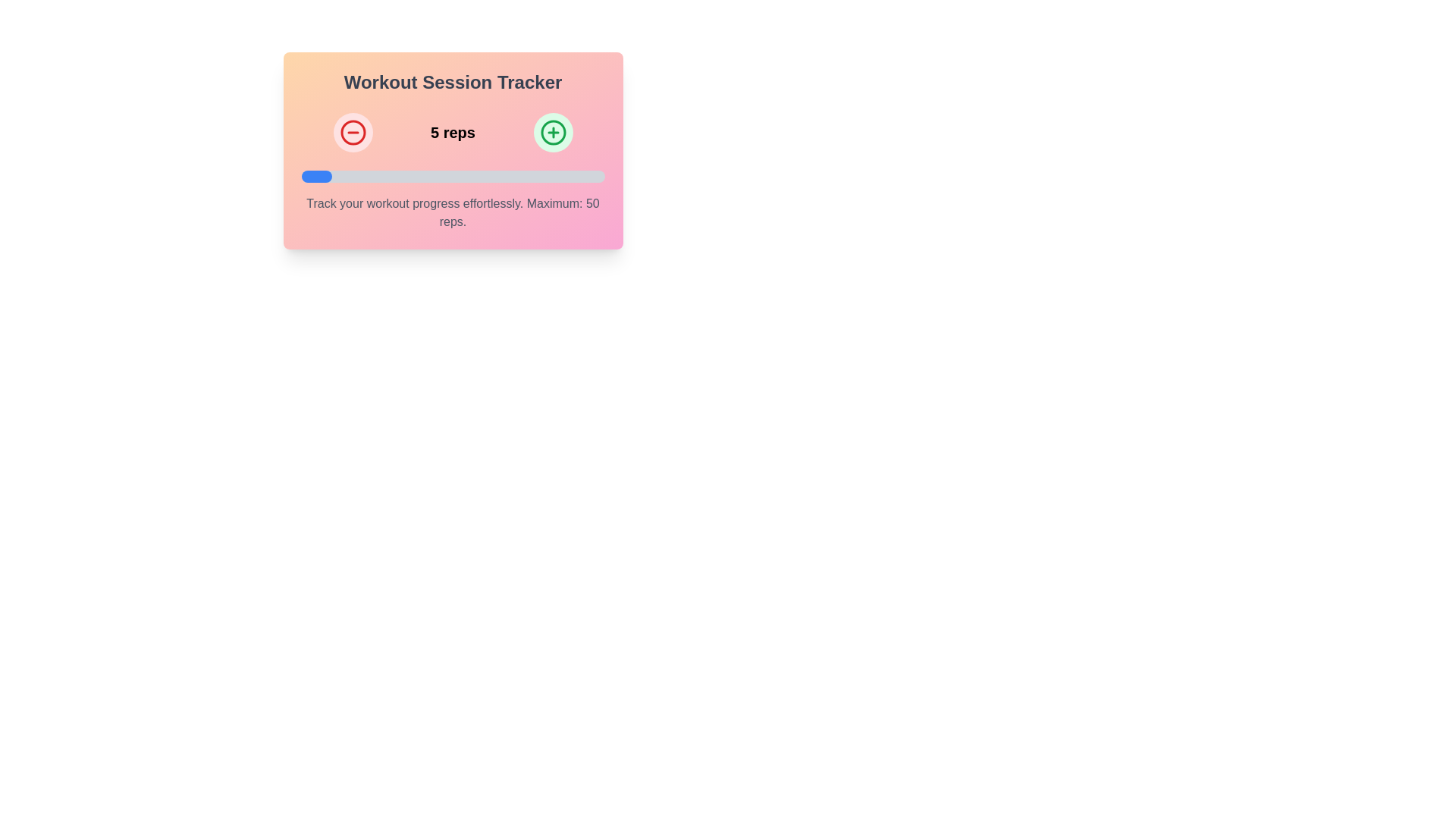  Describe the element at coordinates (329, 175) in the screenshot. I see `the slider` at that location.